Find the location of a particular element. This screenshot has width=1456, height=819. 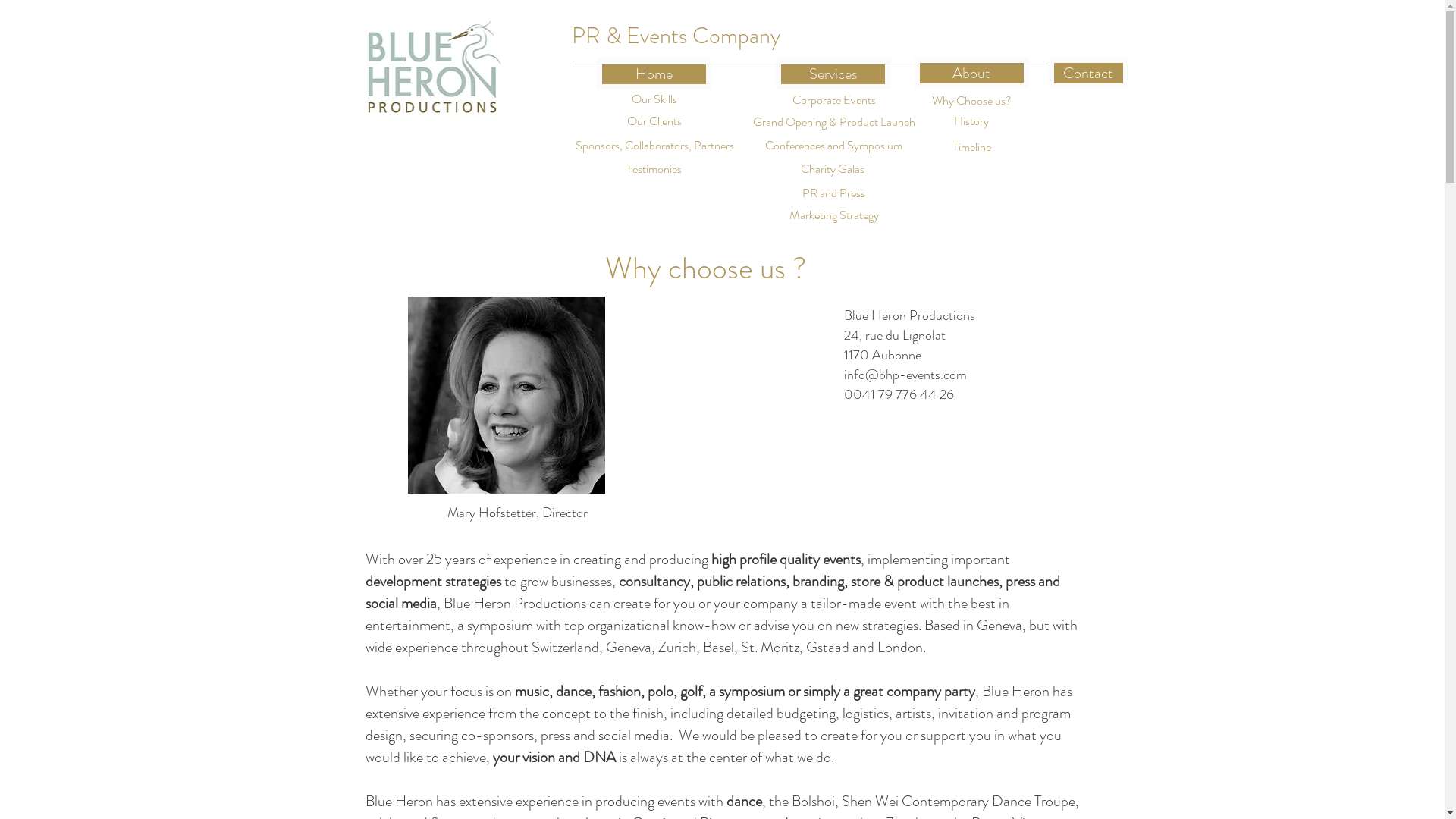

'Corporate Events' is located at coordinates (776, 100).